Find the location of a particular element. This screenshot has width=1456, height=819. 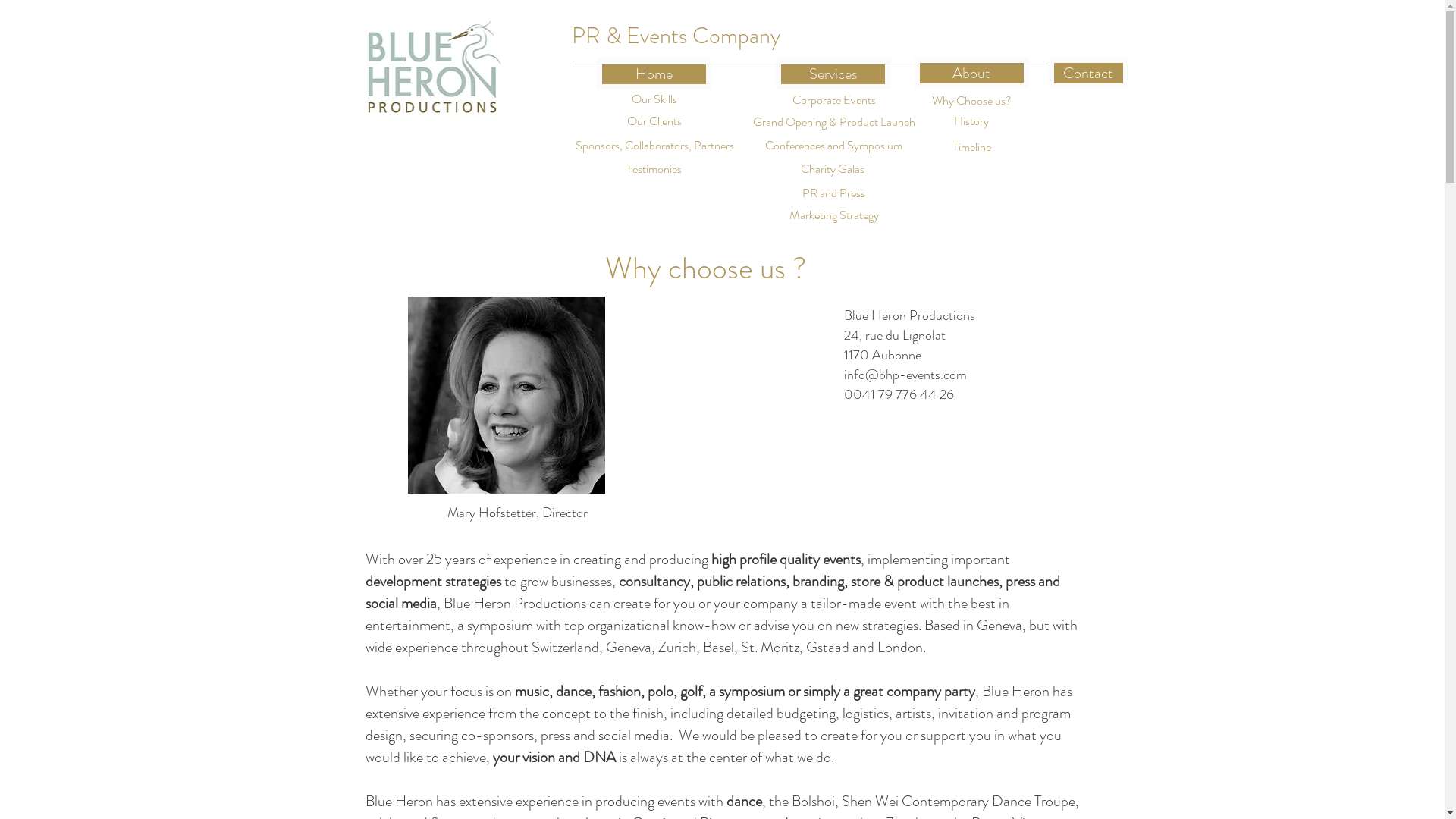

'Corporate Events' is located at coordinates (776, 100).